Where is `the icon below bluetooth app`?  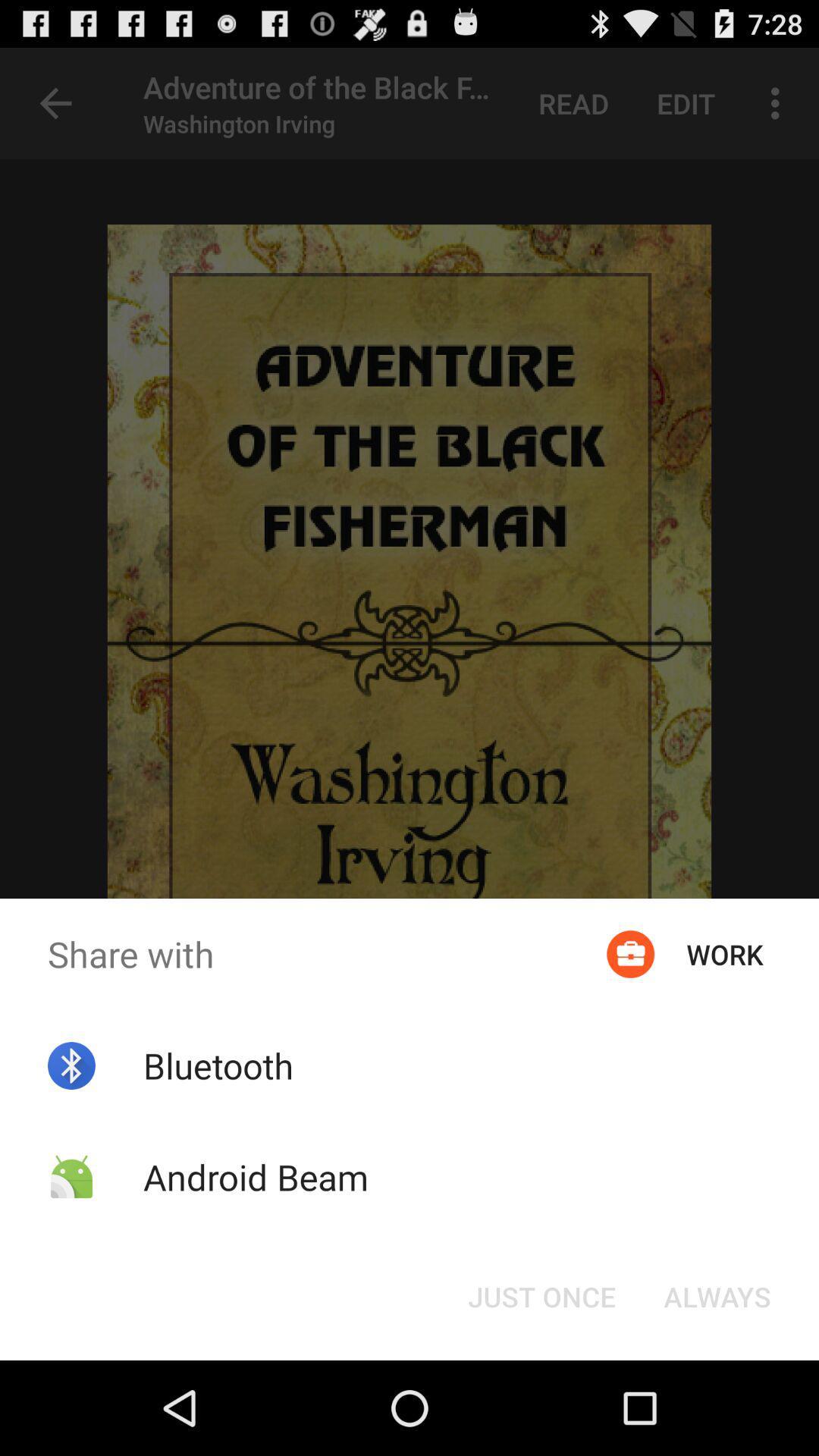
the icon below bluetooth app is located at coordinates (255, 1176).